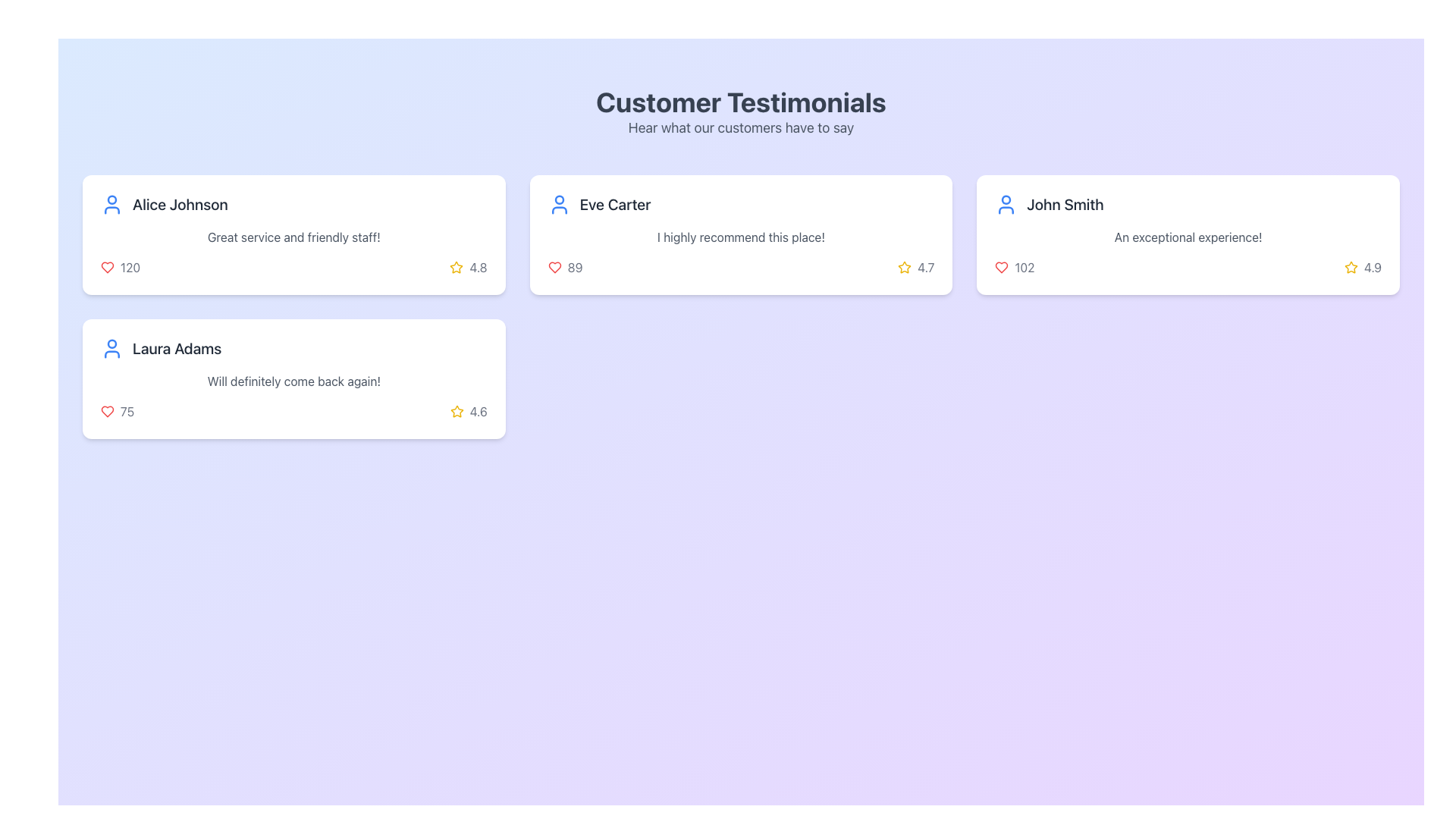 The image size is (1456, 819). Describe the element at coordinates (1002, 267) in the screenshot. I see `the heart-shaped icon in the bottom-left corner of the testimonial card for 'John Smith' to like or interact with it` at that location.